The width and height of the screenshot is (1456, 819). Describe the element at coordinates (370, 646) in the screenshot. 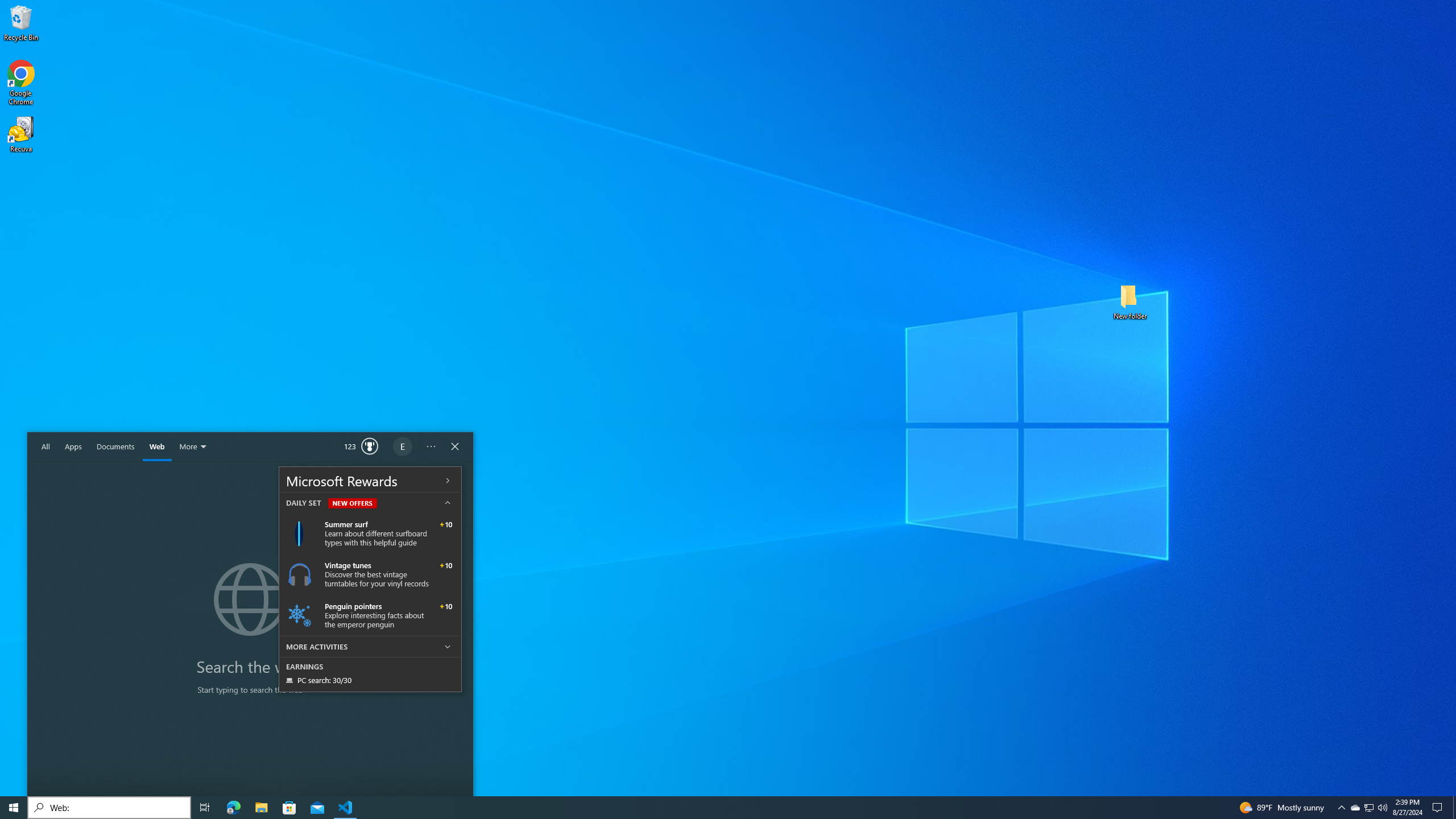

I see `'MORE ACTIVITIES'` at that location.